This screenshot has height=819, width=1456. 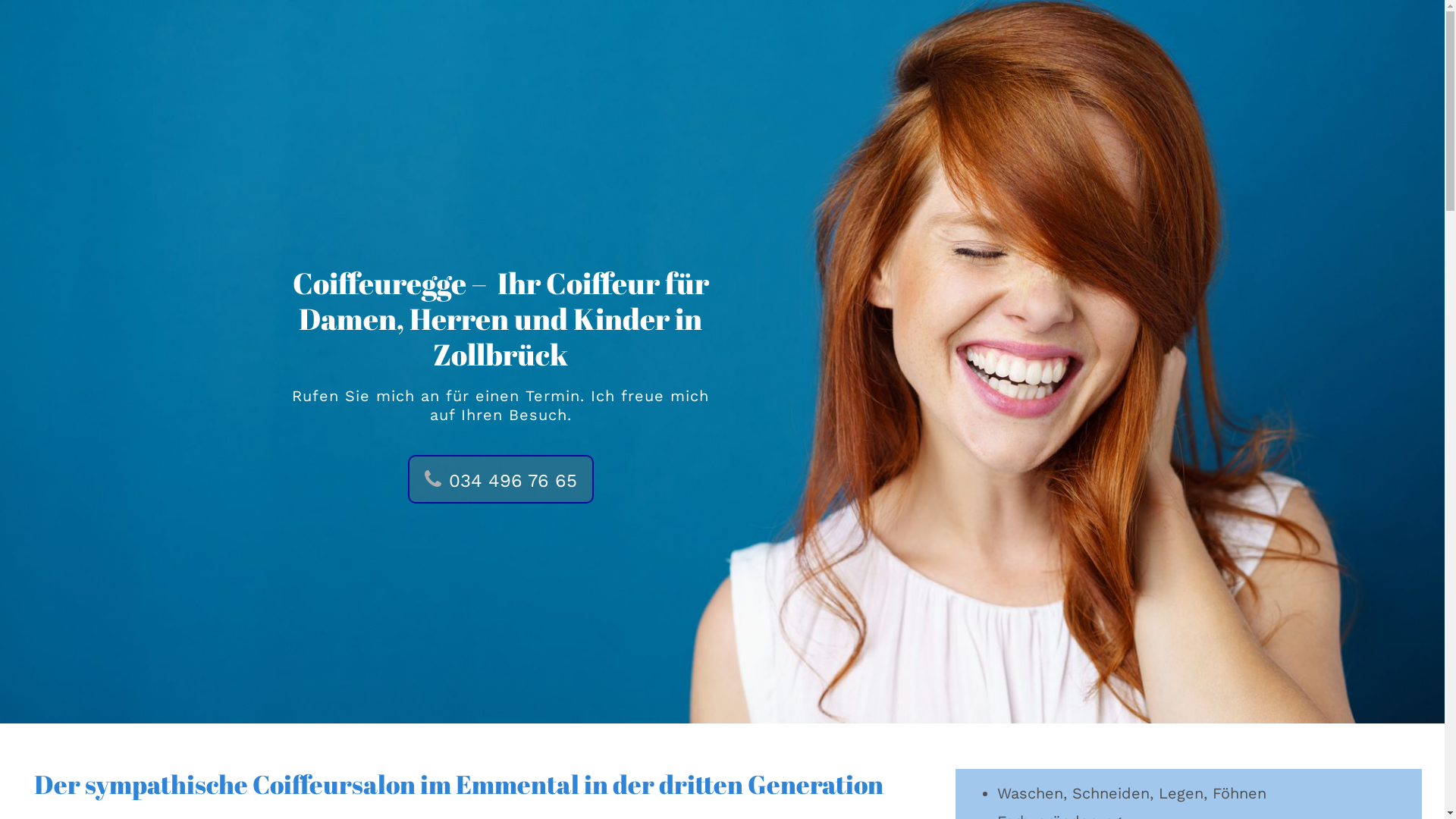 I want to click on '034 496 76 65', so click(x=500, y=479).